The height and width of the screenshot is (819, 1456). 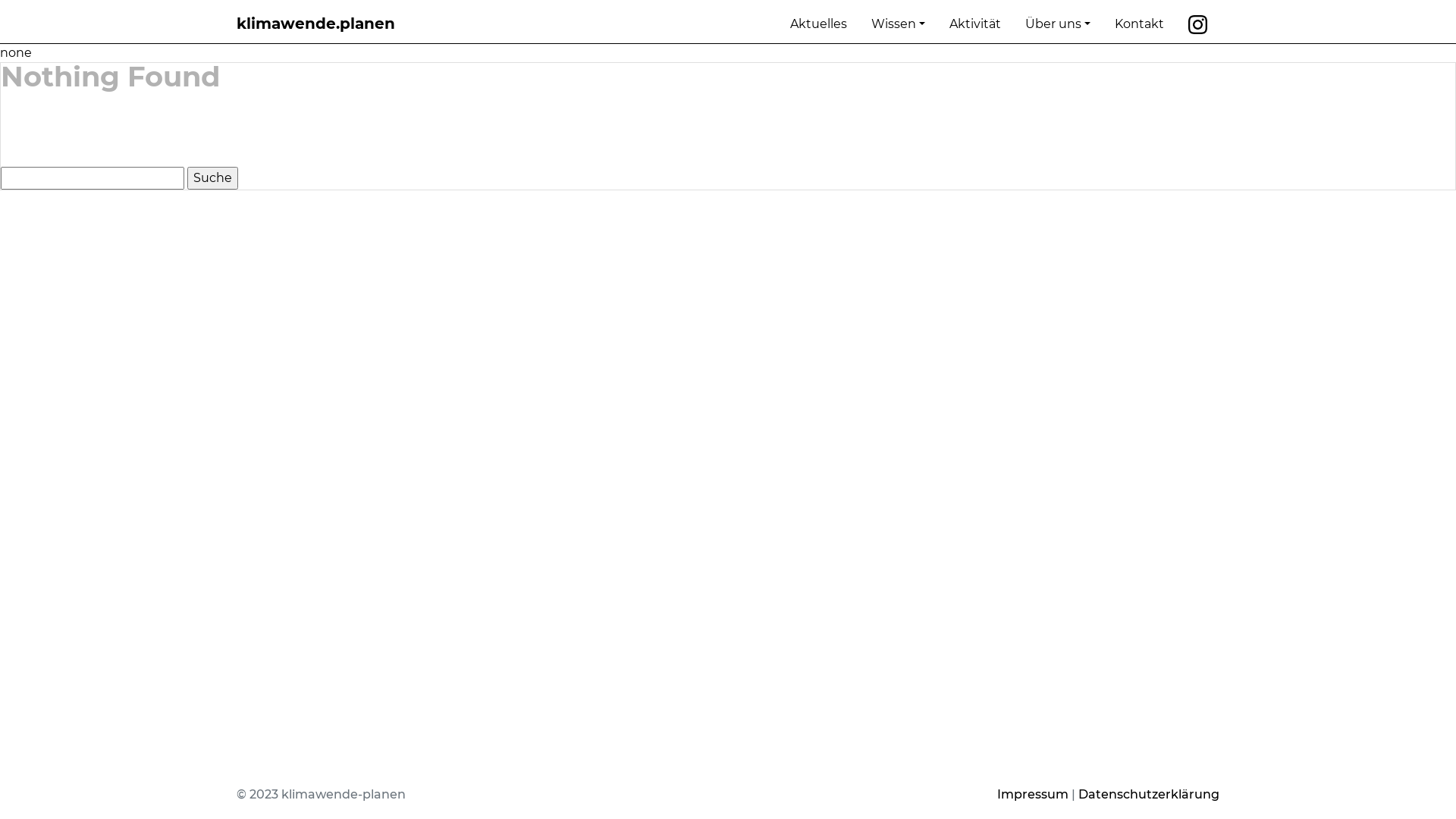 I want to click on 'Aktuelles', so click(x=817, y=24).